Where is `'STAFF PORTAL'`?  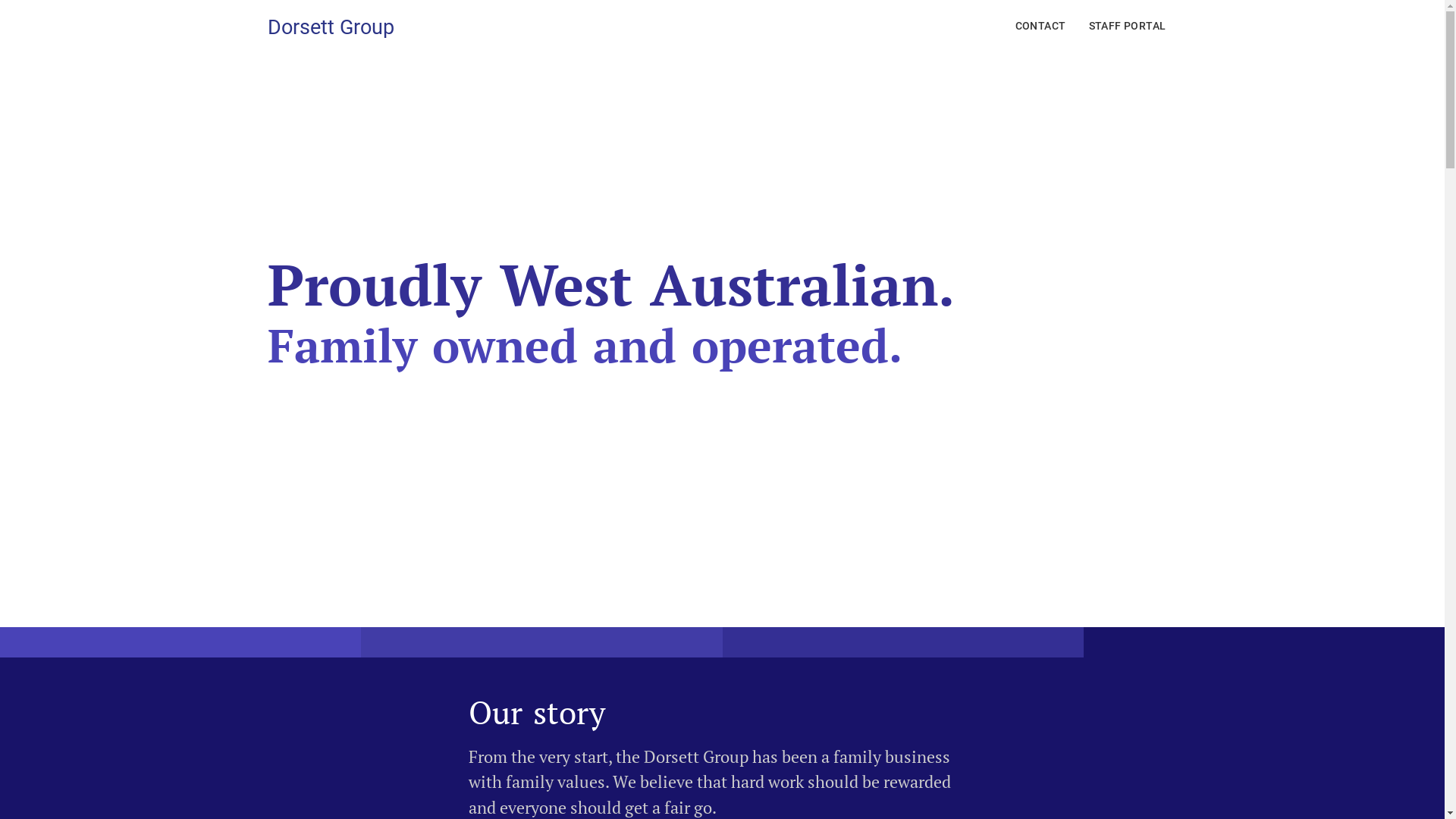 'STAFF PORTAL' is located at coordinates (1128, 26).